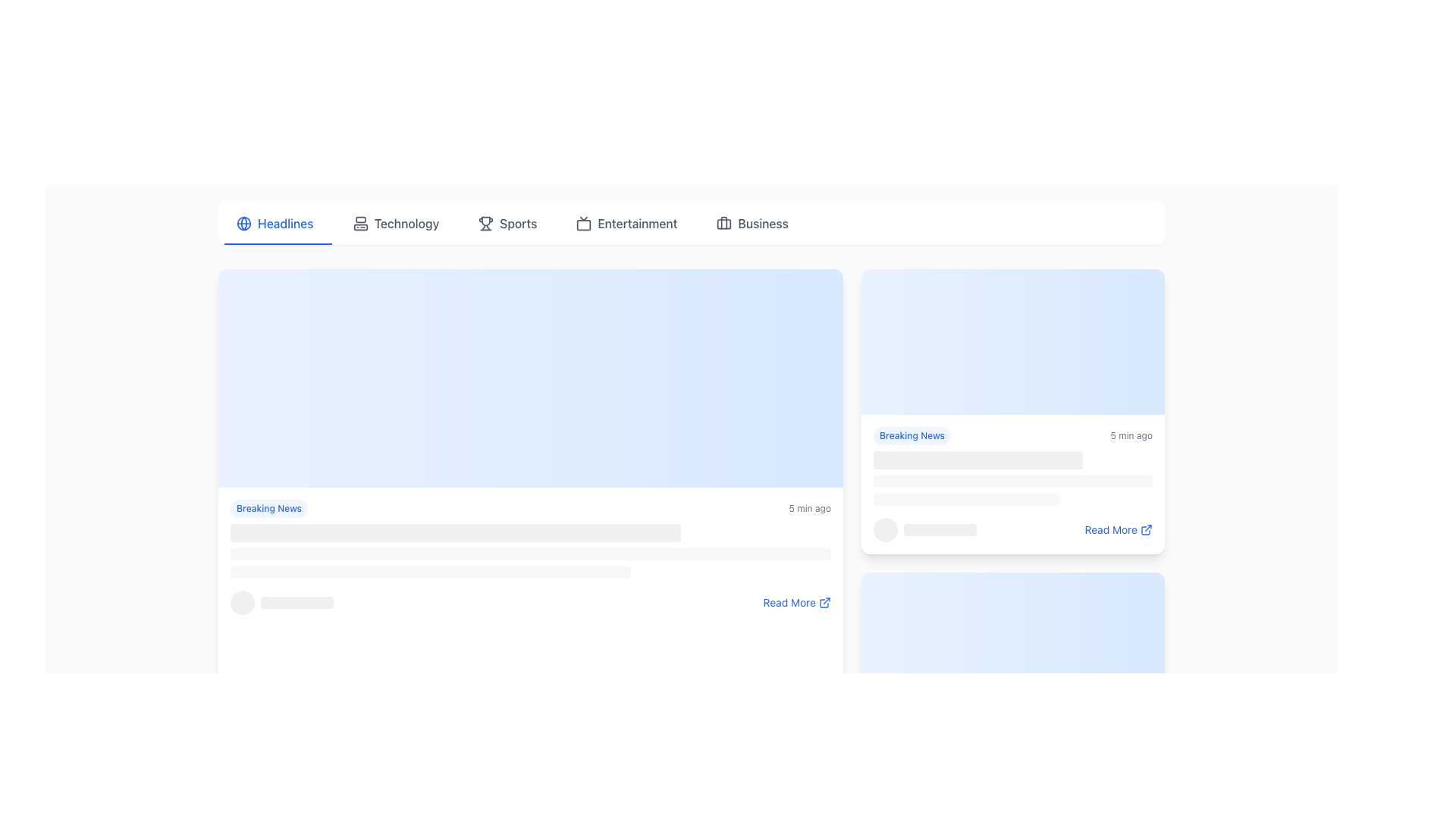 This screenshot has height=819, width=1456. Describe the element at coordinates (691, 223) in the screenshot. I see `the navigation bar` at that location.